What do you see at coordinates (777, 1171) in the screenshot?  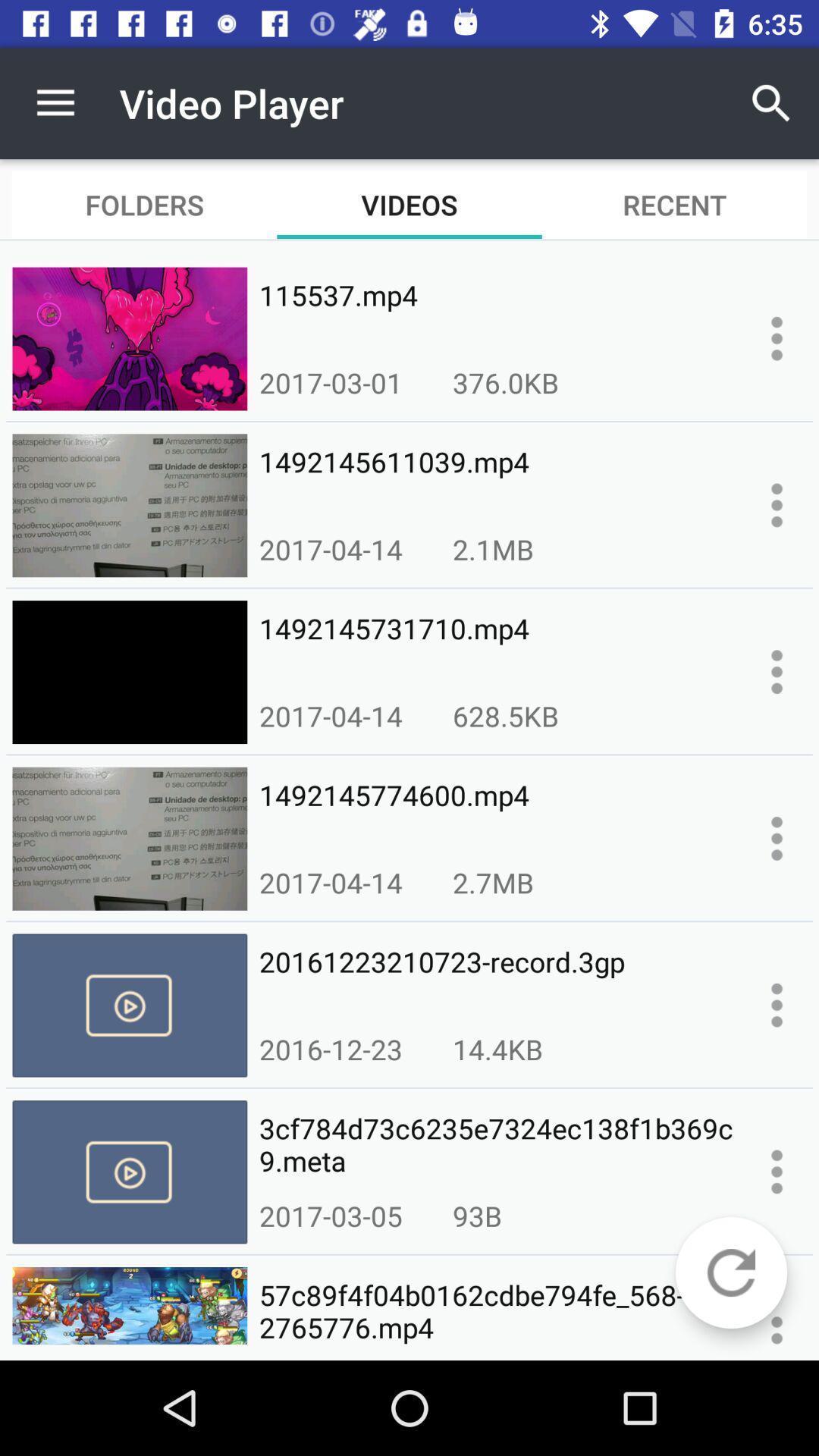 I see `more options for selected video` at bounding box center [777, 1171].